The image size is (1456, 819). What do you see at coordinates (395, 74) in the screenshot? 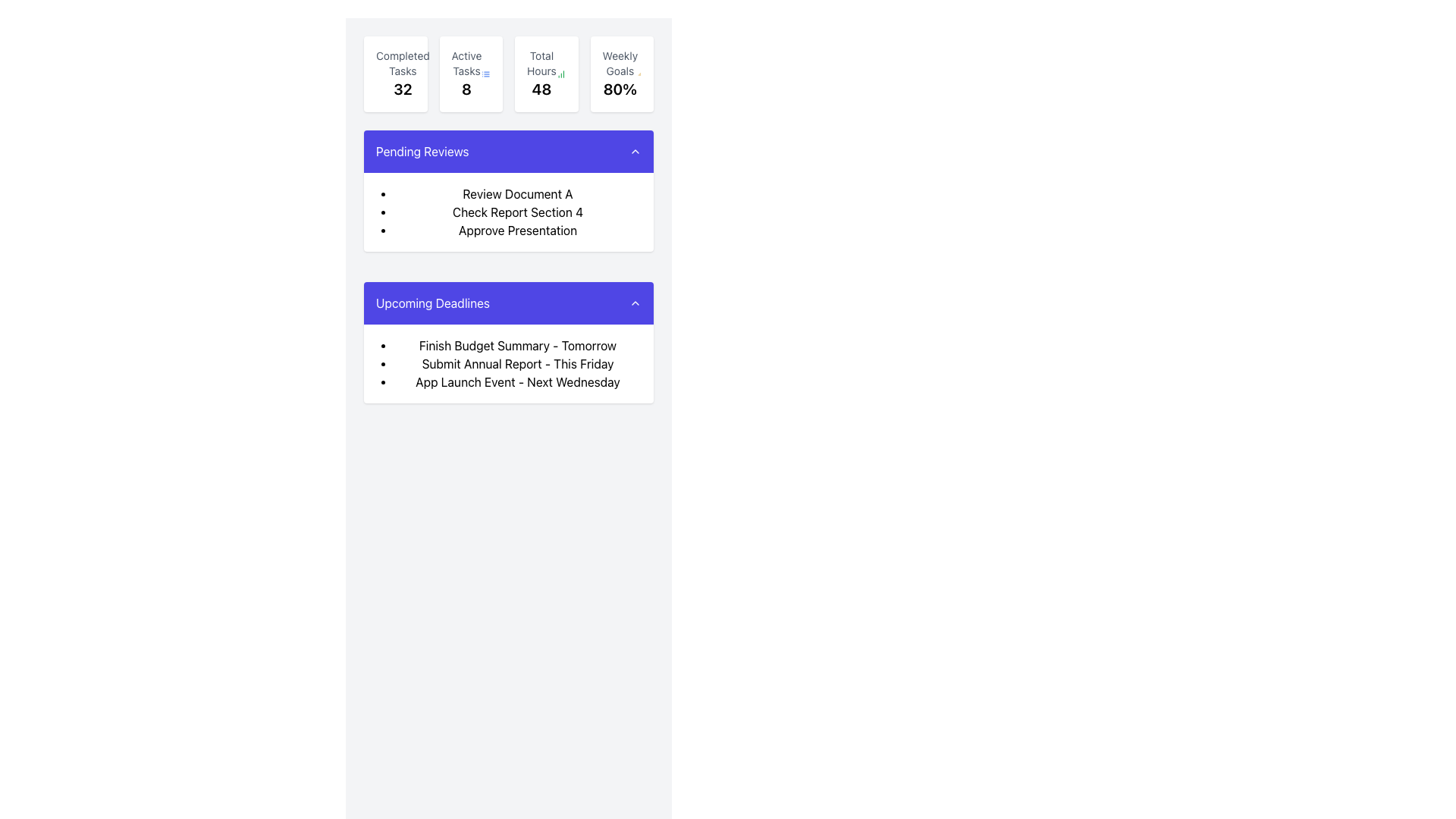
I see `the Information Card displaying the count of completed tasks, which is '32', located at the top section of the interface` at bounding box center [395, 74].